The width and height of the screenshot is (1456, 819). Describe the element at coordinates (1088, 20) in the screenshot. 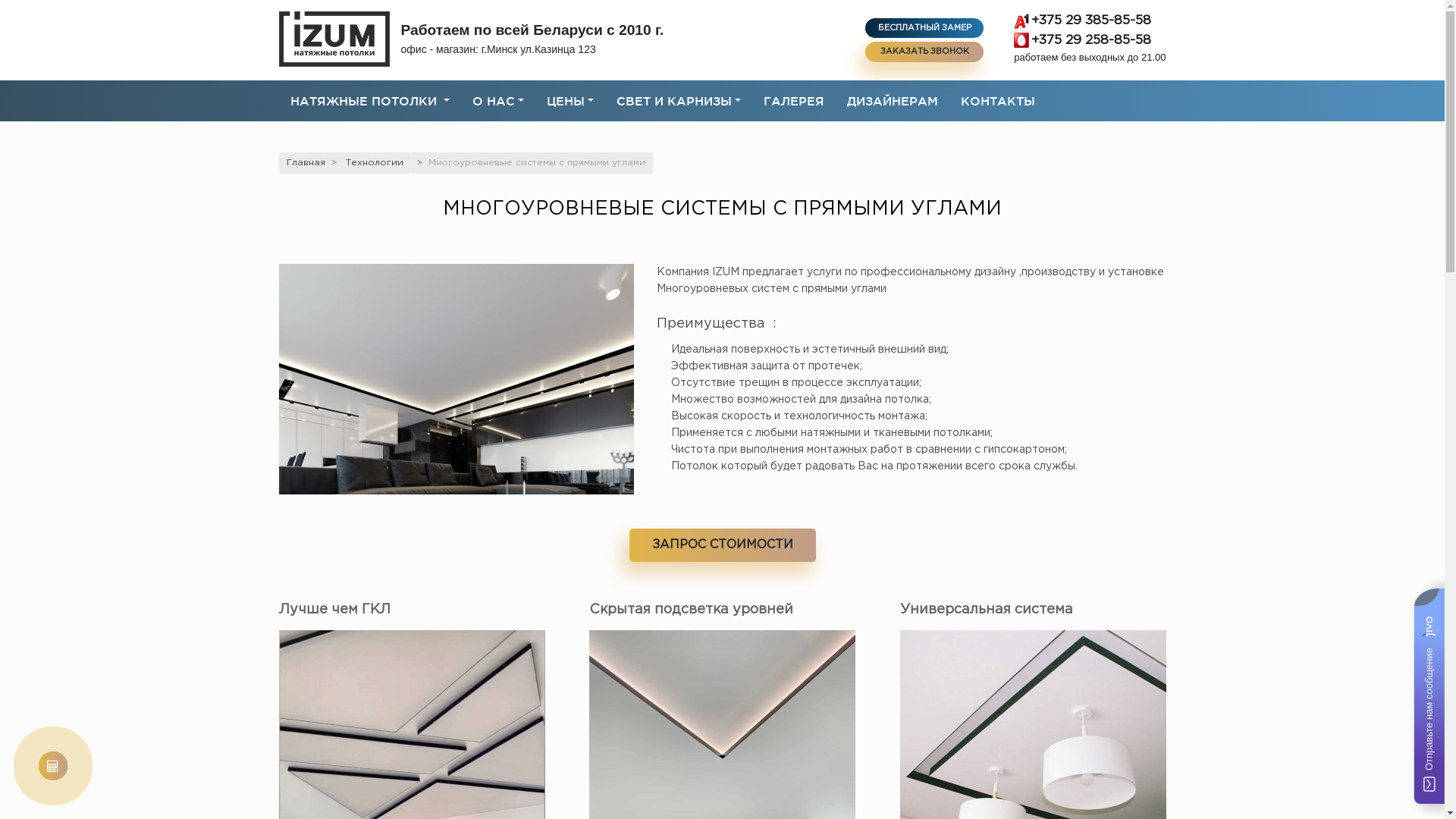

I see `'+375 29 385-85-58'` at that location.